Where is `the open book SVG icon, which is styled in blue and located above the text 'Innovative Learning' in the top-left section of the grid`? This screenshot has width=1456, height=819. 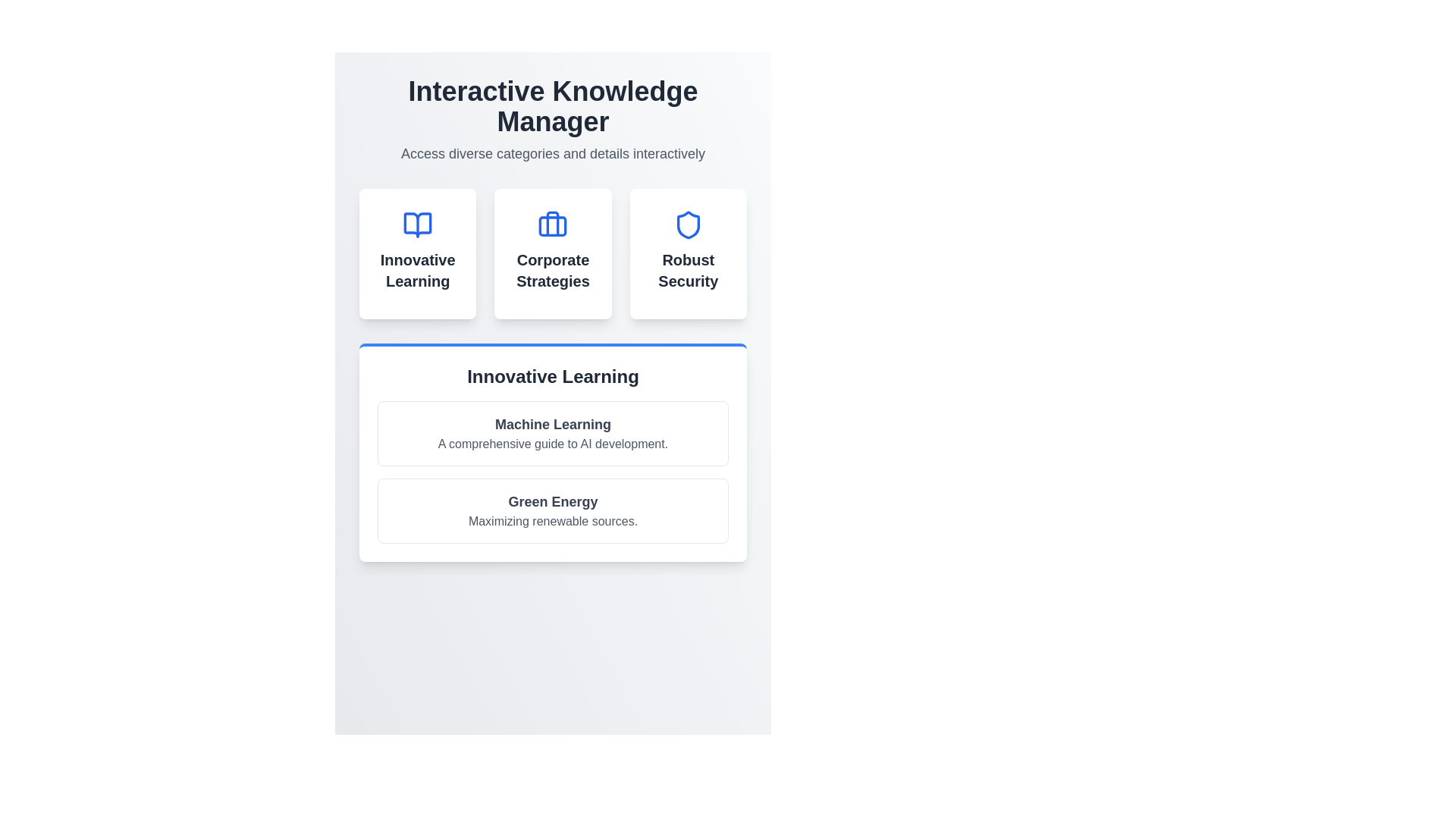
the open book SVG icon, which is styled in blue and located above the text 'Innovative Learning' in the top-left section of the grid is located at coordinates (418, 225).